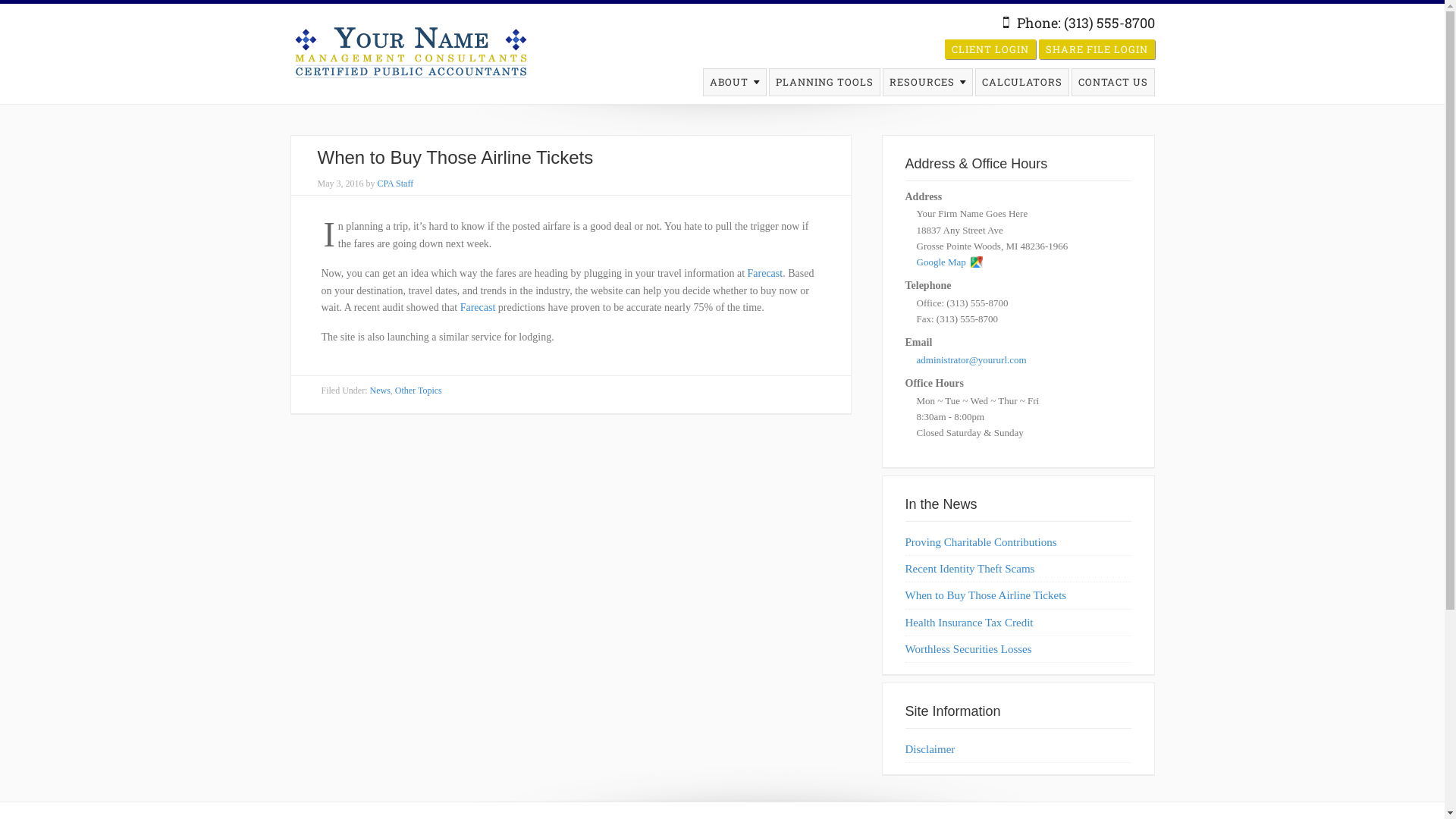  Describe the element at coordinates (986, 595) in the screenshot. I see `'When to Buy Those Airline Tickets'` at that location.